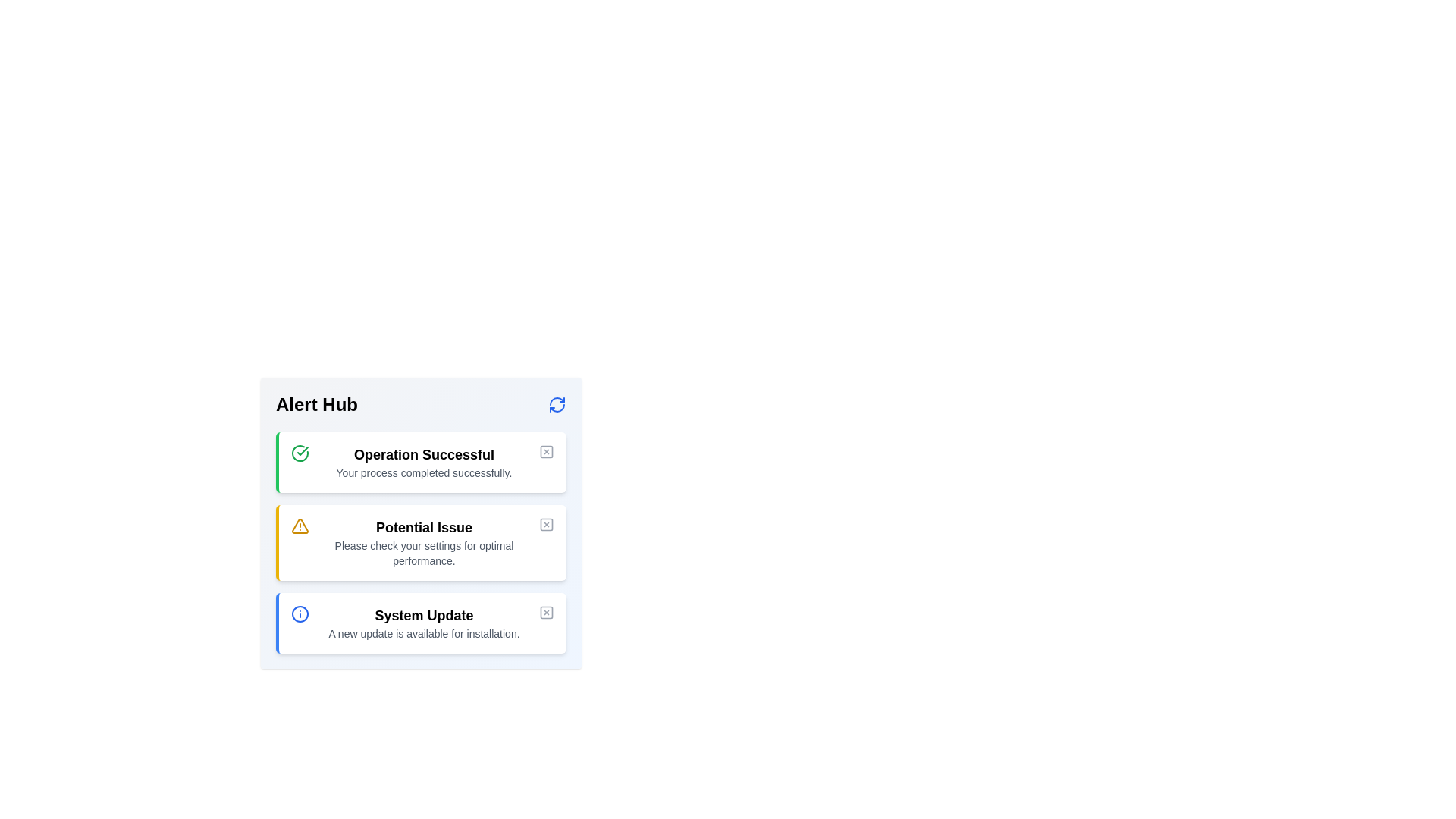  Describe the element at coordinates (424, 542) in the screenshot. I see `the warning notification text block` at that location.